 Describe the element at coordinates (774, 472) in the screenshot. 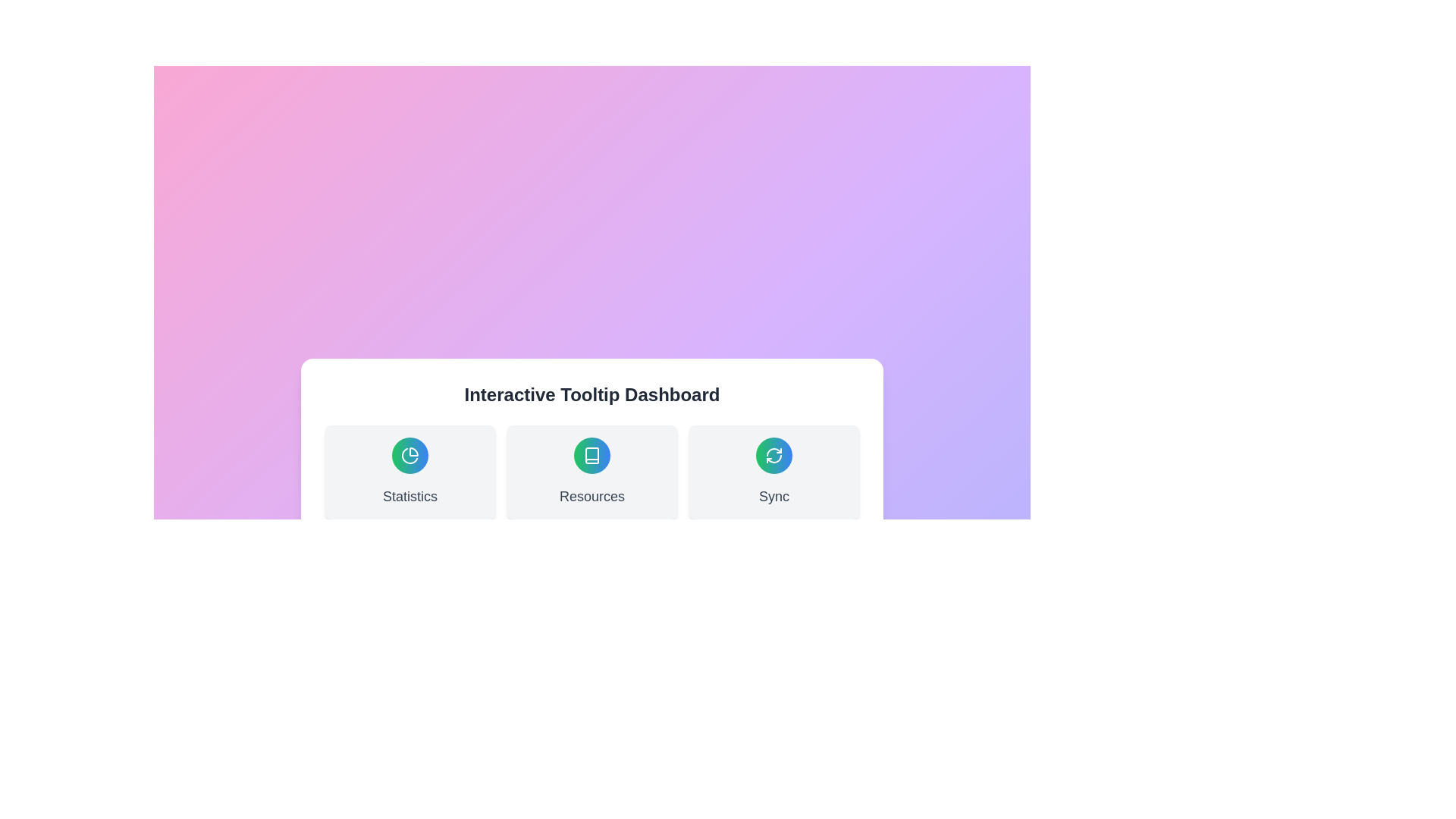

I see `the informational card featuring a green to blue gradient icon and the text 'Sync' at the bottom center to initiate synchronization or navigate to synchronization details` at that location.